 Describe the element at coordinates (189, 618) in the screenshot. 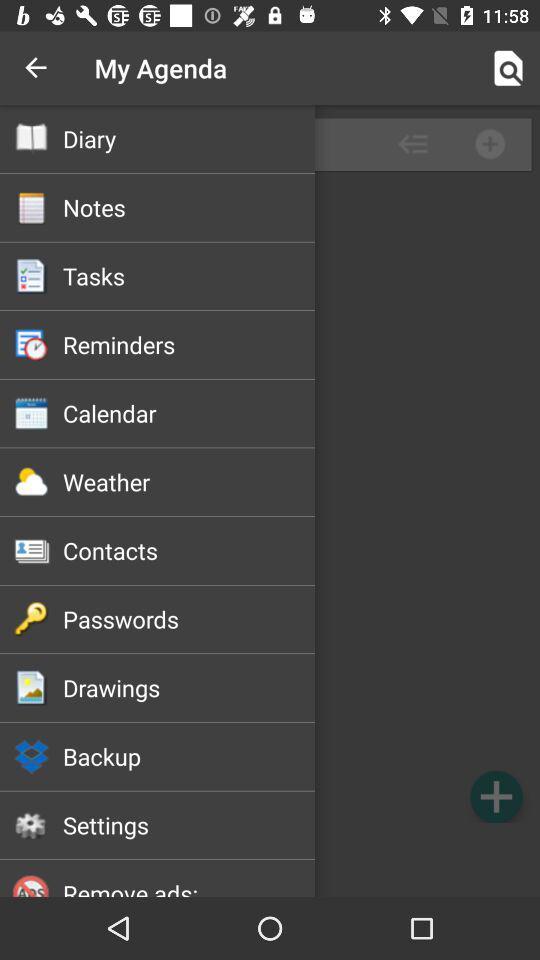

I see `item above the drawings item` at that location.